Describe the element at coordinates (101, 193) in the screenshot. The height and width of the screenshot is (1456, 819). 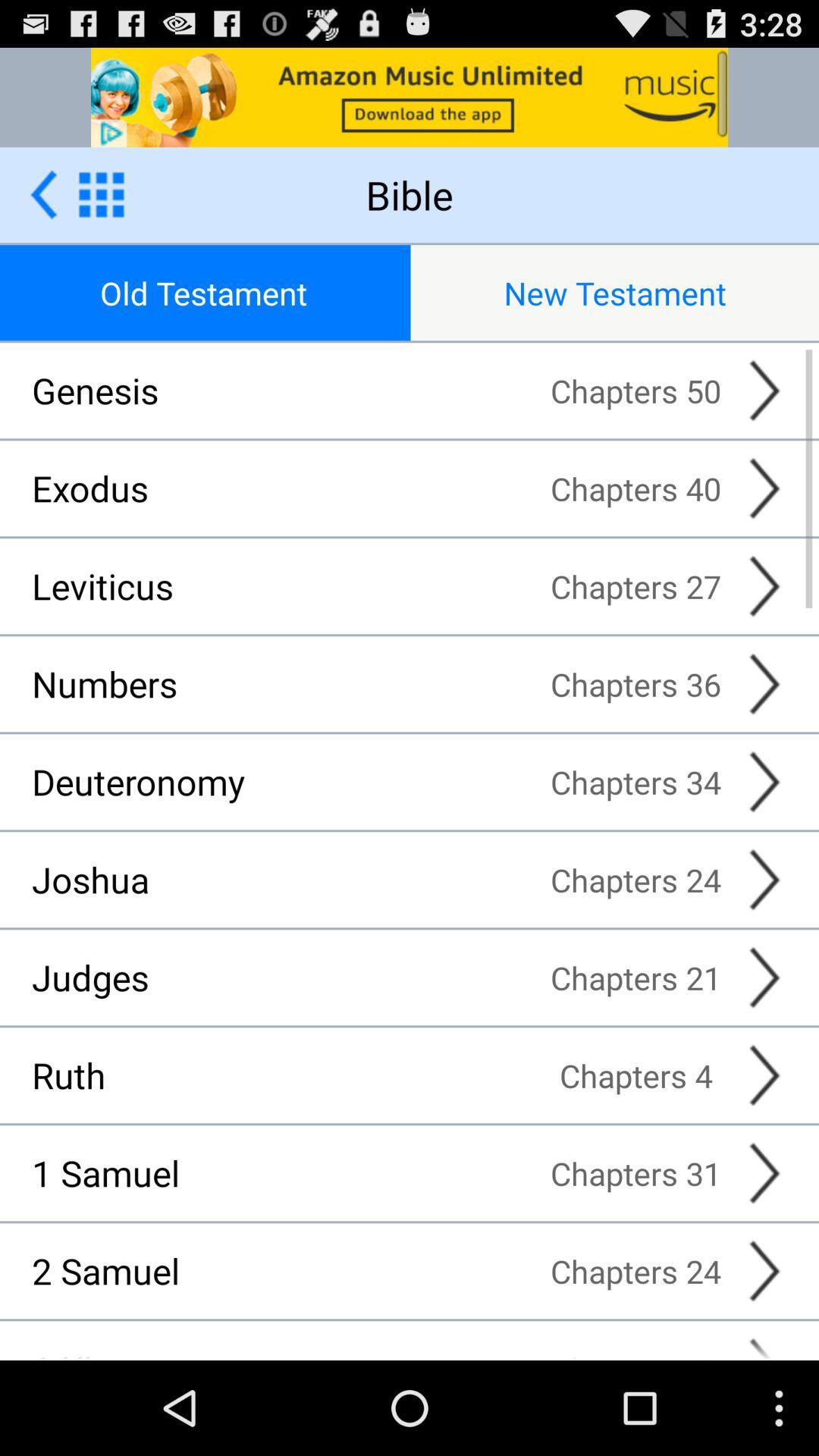
I see `more option` at that location.